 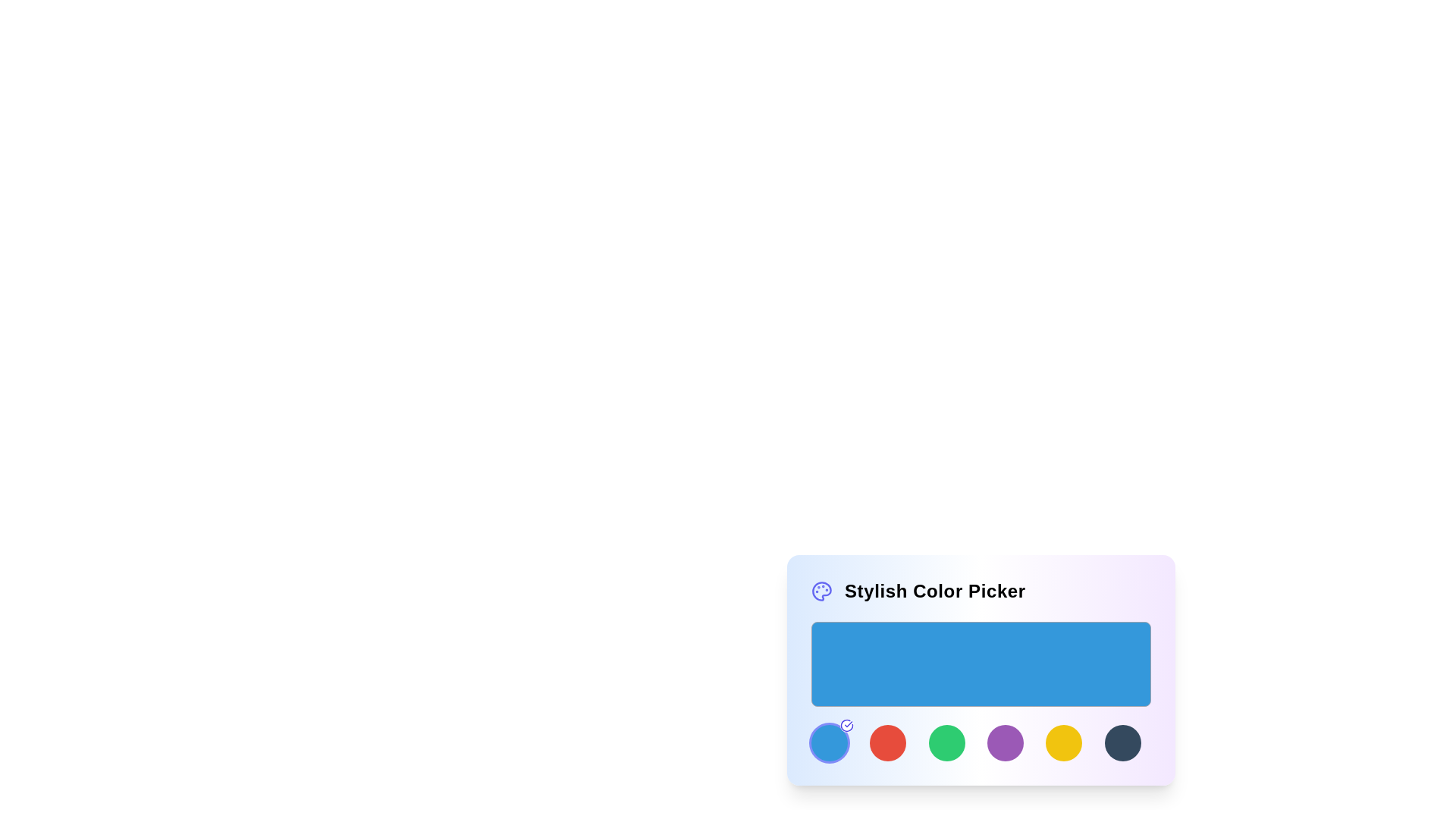 I want to click on the color display area located below the title 'Stylish Color Picker', which visually represents the currently selected color, so click(x=981, y=663).